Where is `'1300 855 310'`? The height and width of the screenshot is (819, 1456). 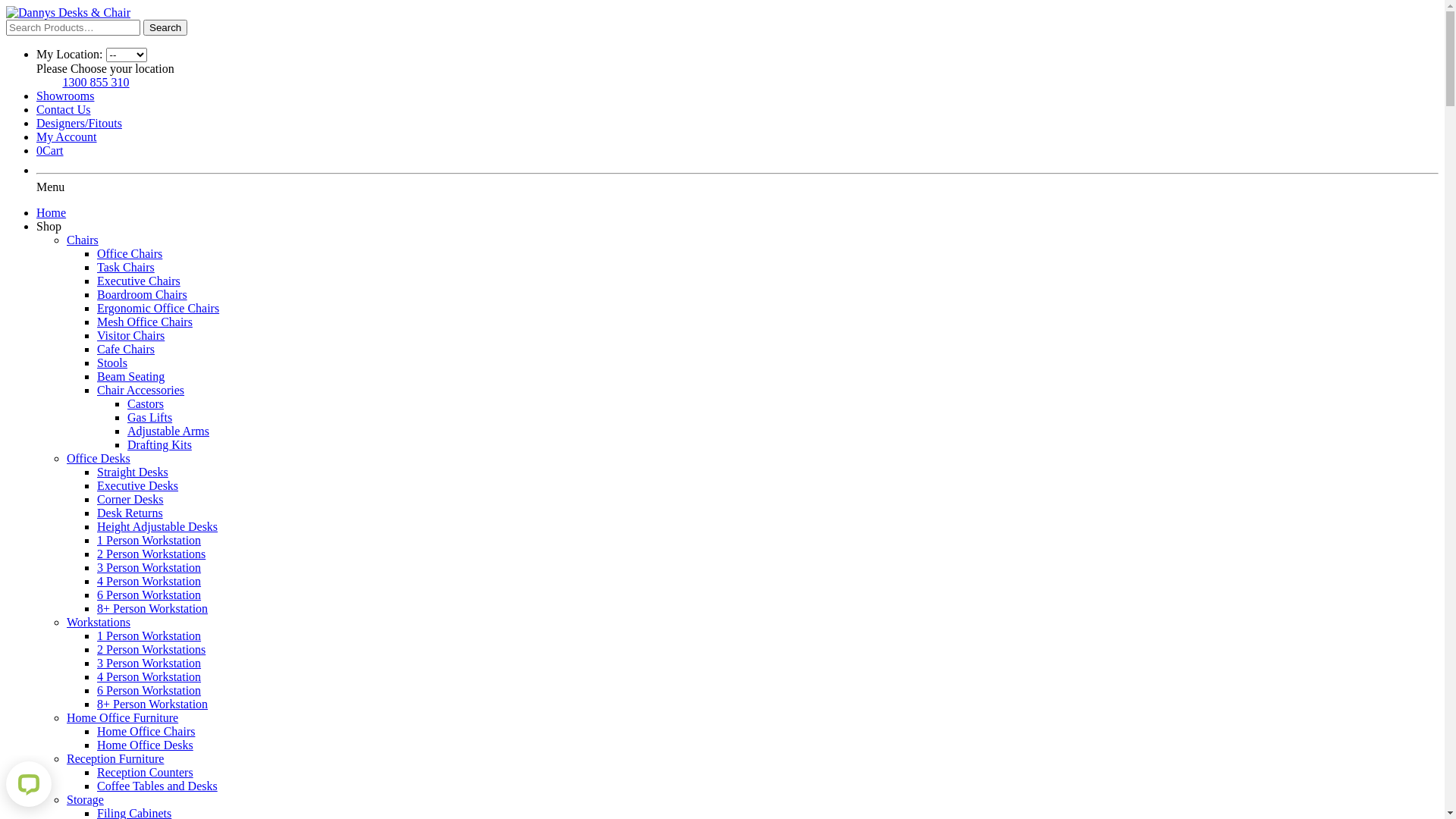
'1300 855 310' is located at coordinates (95, 82).